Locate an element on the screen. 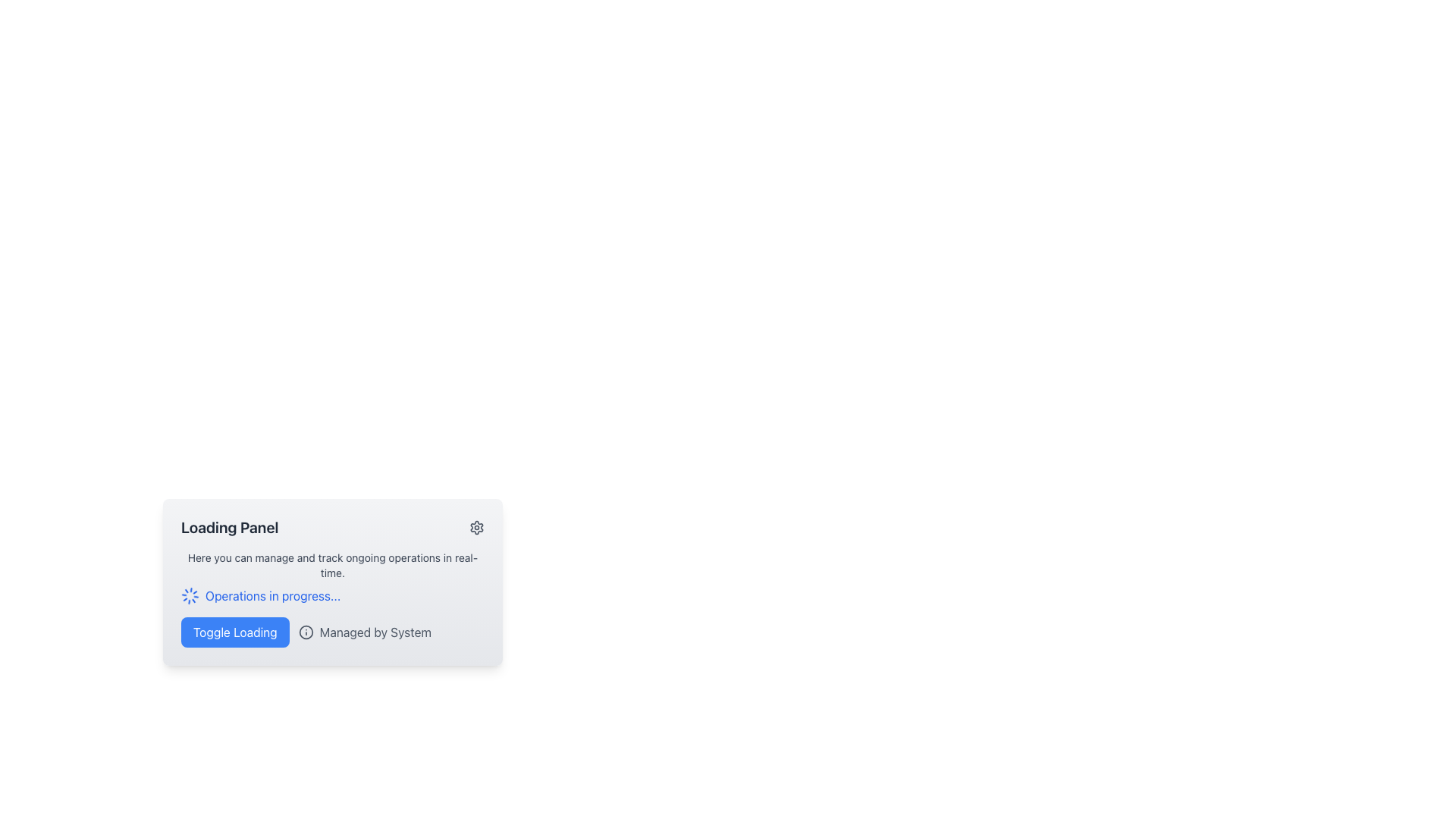 This screenshot has height=819, width=1456. details of the SVG circle graphic which is part of an info icon located in the footer section of a card-like component is located at coordinates (305, 632).